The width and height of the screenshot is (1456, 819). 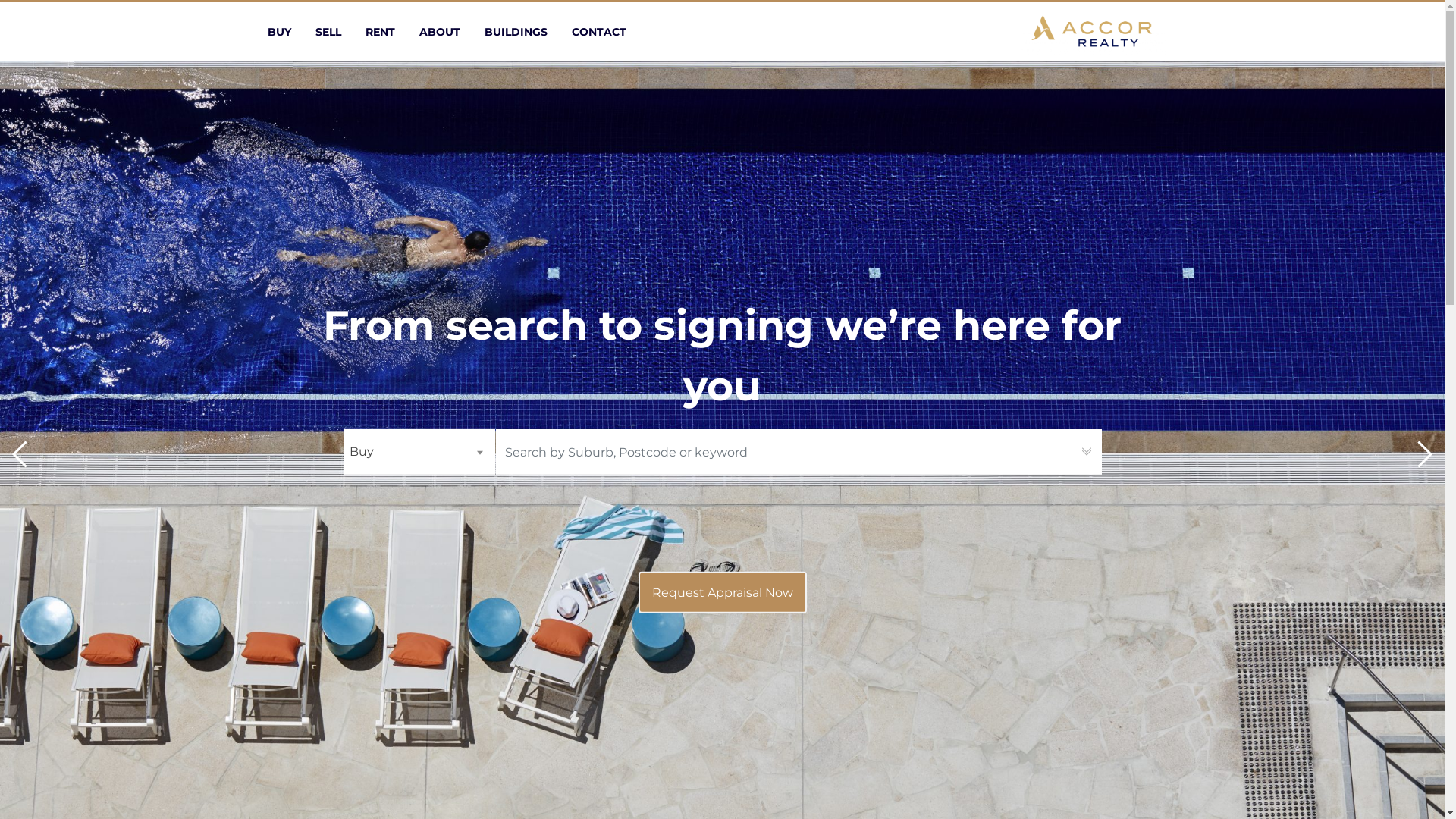 I want to click on 'SELL', so click(x=327, y=32).